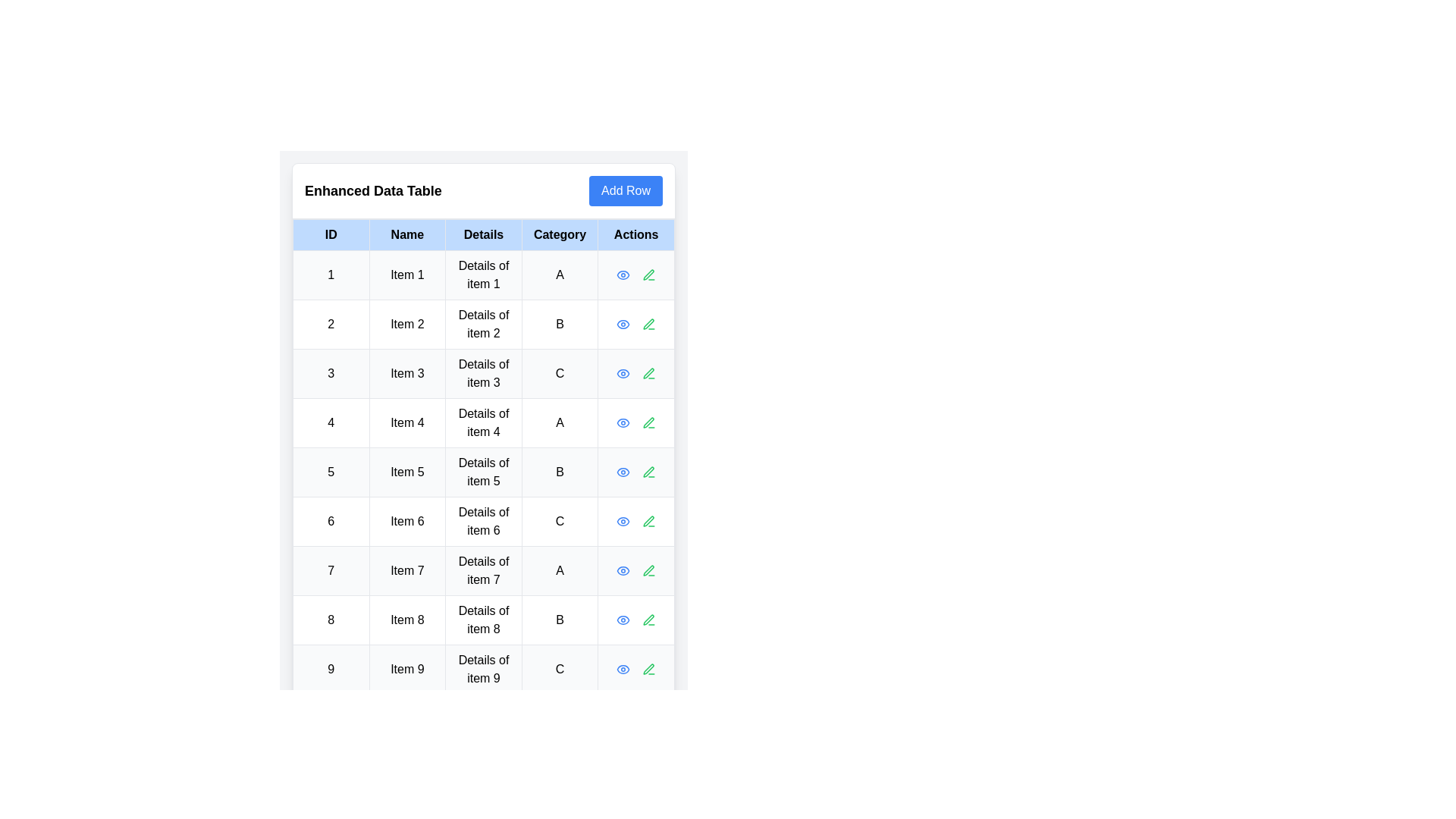 Image resolution: width=1456 pixels, height=819 pixels. I want to click on the text label displaying the letter 'B' in the 'Category' column of the row labeled 'Item 5', so click(559, 472).